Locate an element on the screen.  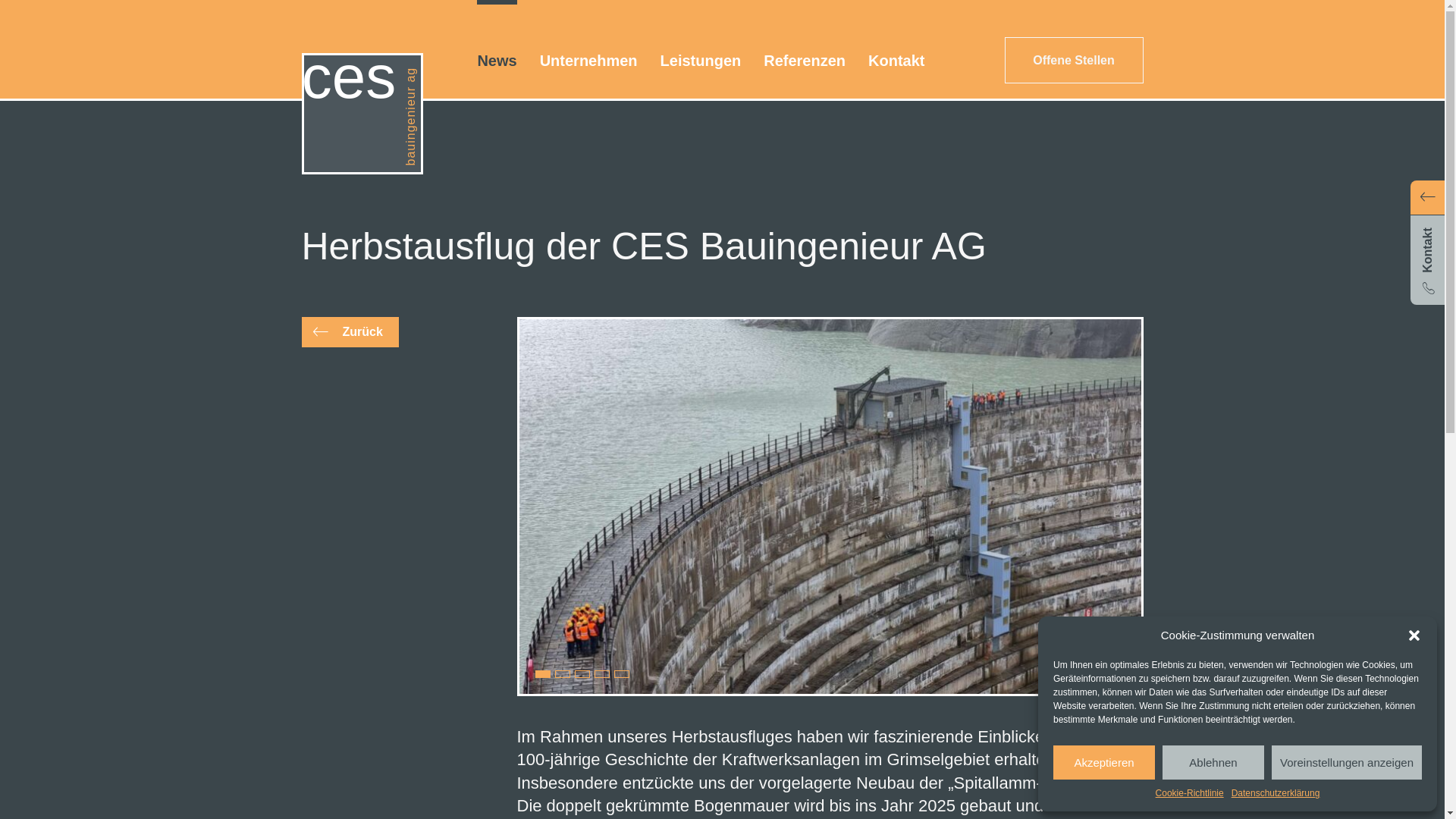
'Referenzen' is located at coordinates (803, 60).